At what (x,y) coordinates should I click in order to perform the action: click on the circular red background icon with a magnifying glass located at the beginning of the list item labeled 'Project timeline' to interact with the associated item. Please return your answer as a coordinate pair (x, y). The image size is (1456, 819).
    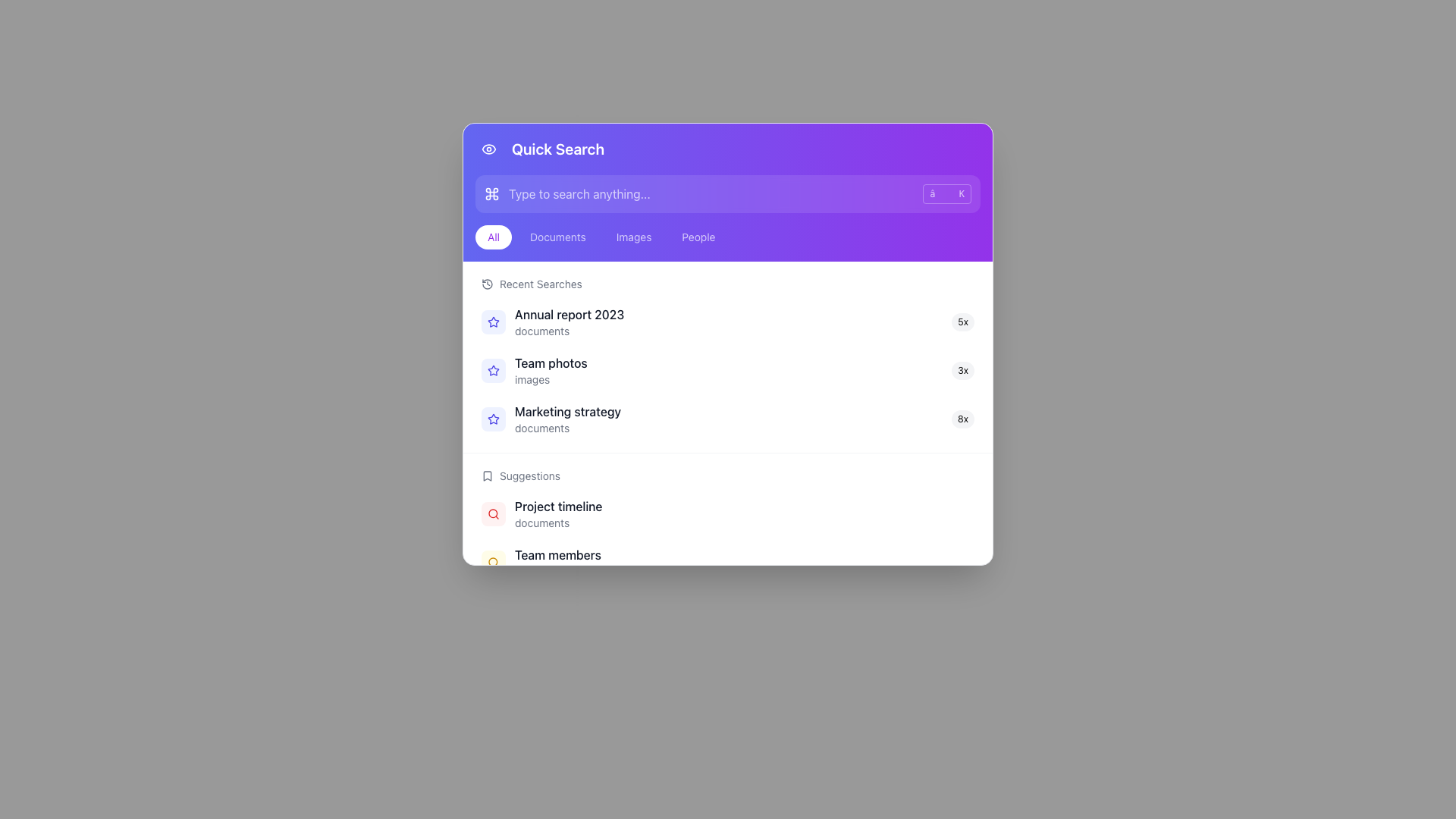
    Looking at the image, I should click on (494, 513).